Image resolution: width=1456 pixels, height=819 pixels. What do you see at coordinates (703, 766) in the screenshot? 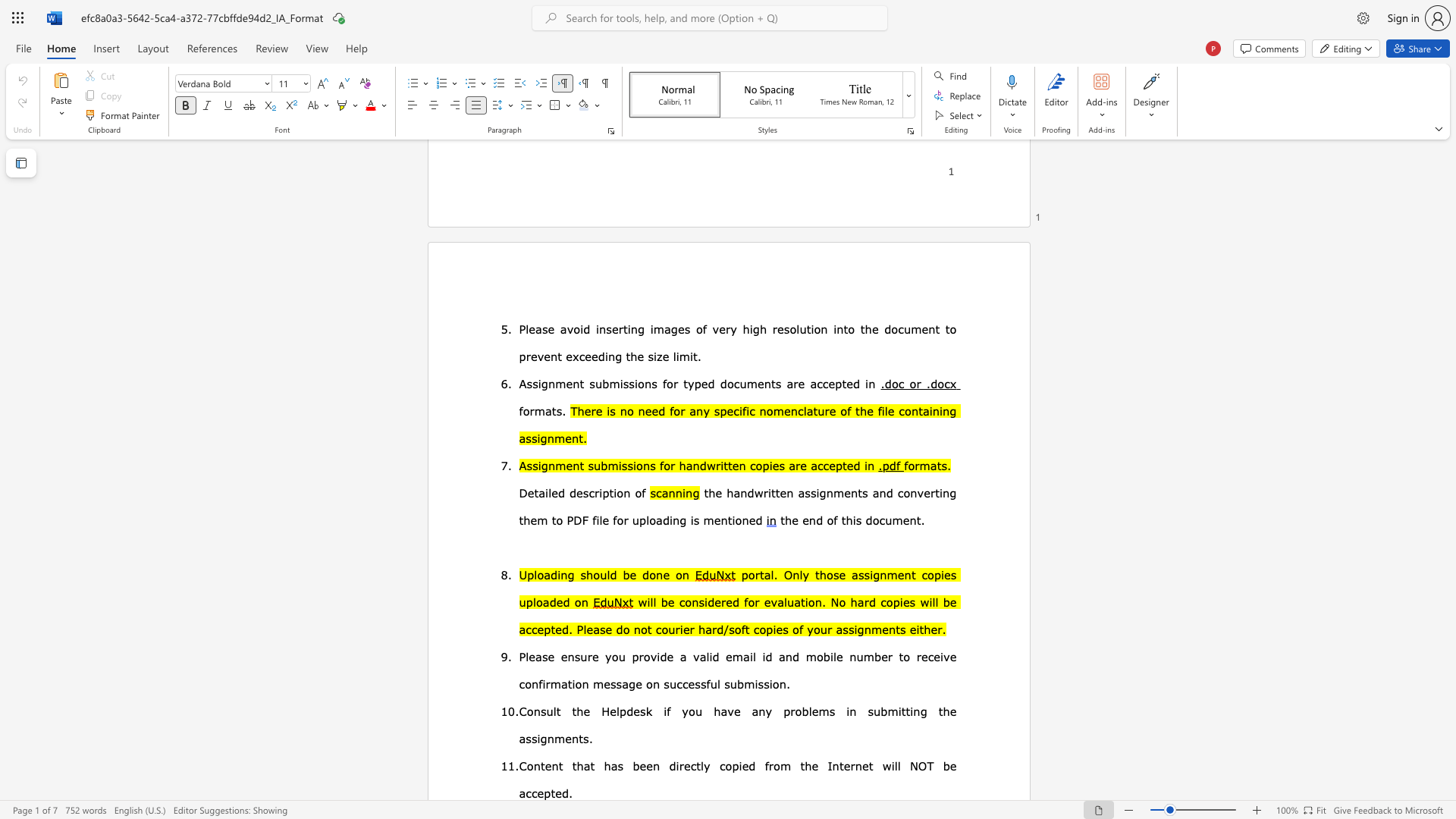
I see `the subset text "y copied from the Internet wil" within the text "Content that has been directly copied from the Internet will NOT be accepted."` at bounding box center [703, 766].